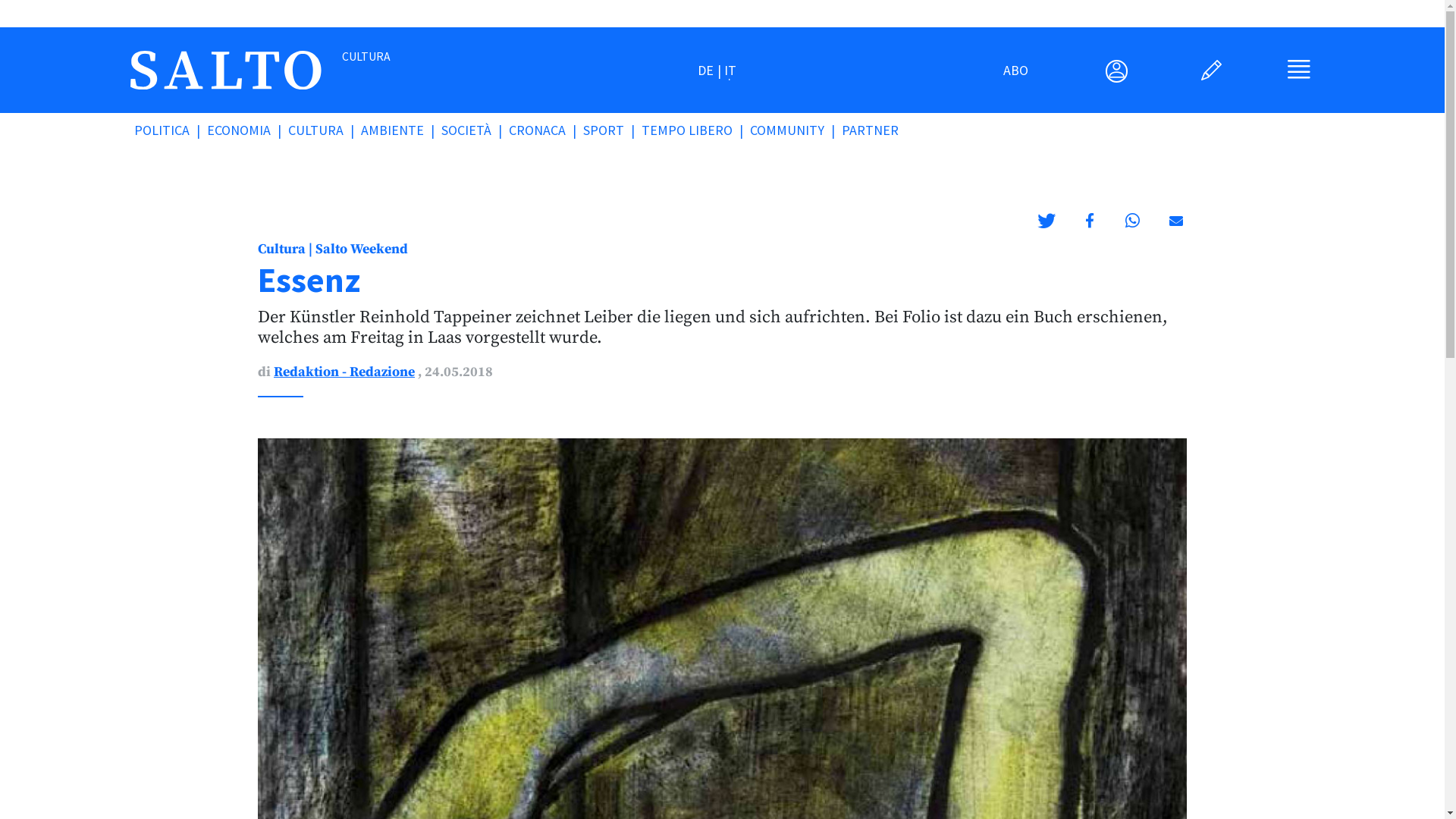 Image resolution: width=1456 pixels, height=819 pixels. Describe the element at coordinates (730, 70) in the screenshot. I see `'IT'` at that location.